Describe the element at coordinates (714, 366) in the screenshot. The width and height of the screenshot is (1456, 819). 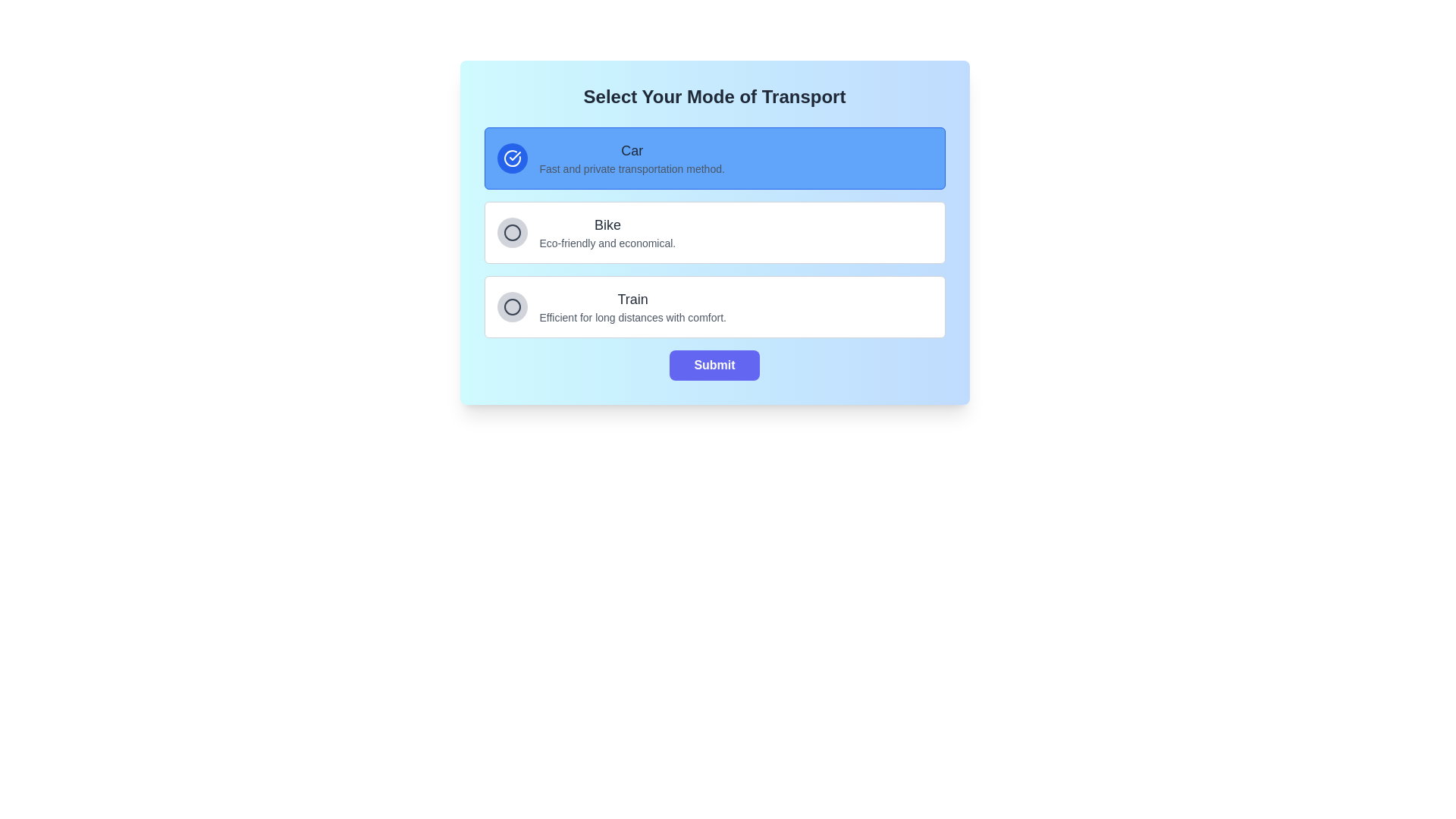
I see `the 'Submit' button with rounded edges and a purple background` at that location.